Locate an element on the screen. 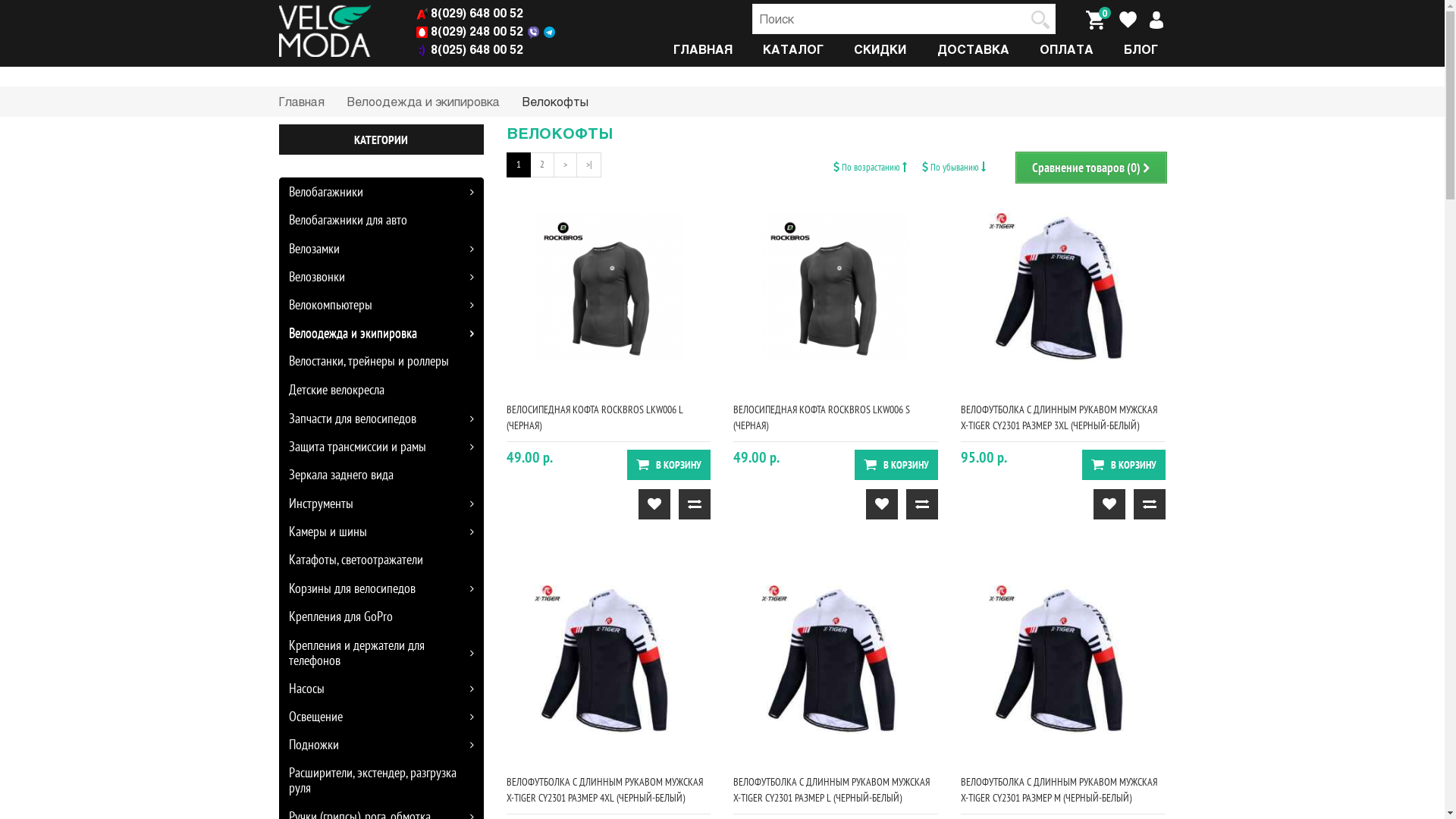  '0' is located at coordinates (1094, 18).